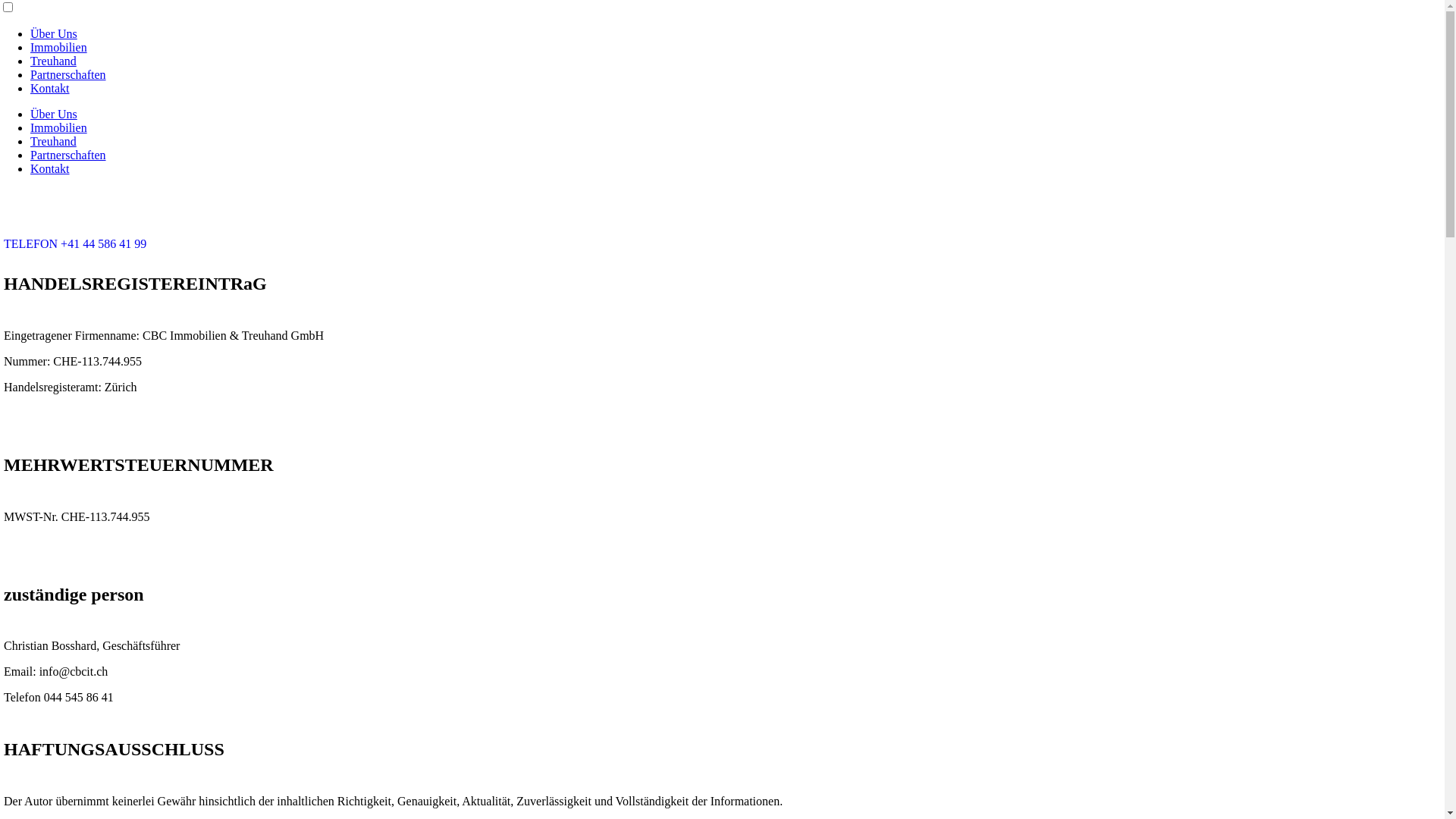 This screenshot has height=819, width=1456. Describe the element at coordinates (53, 141) in the screenshot. I see `'Treuhand'` at that location.